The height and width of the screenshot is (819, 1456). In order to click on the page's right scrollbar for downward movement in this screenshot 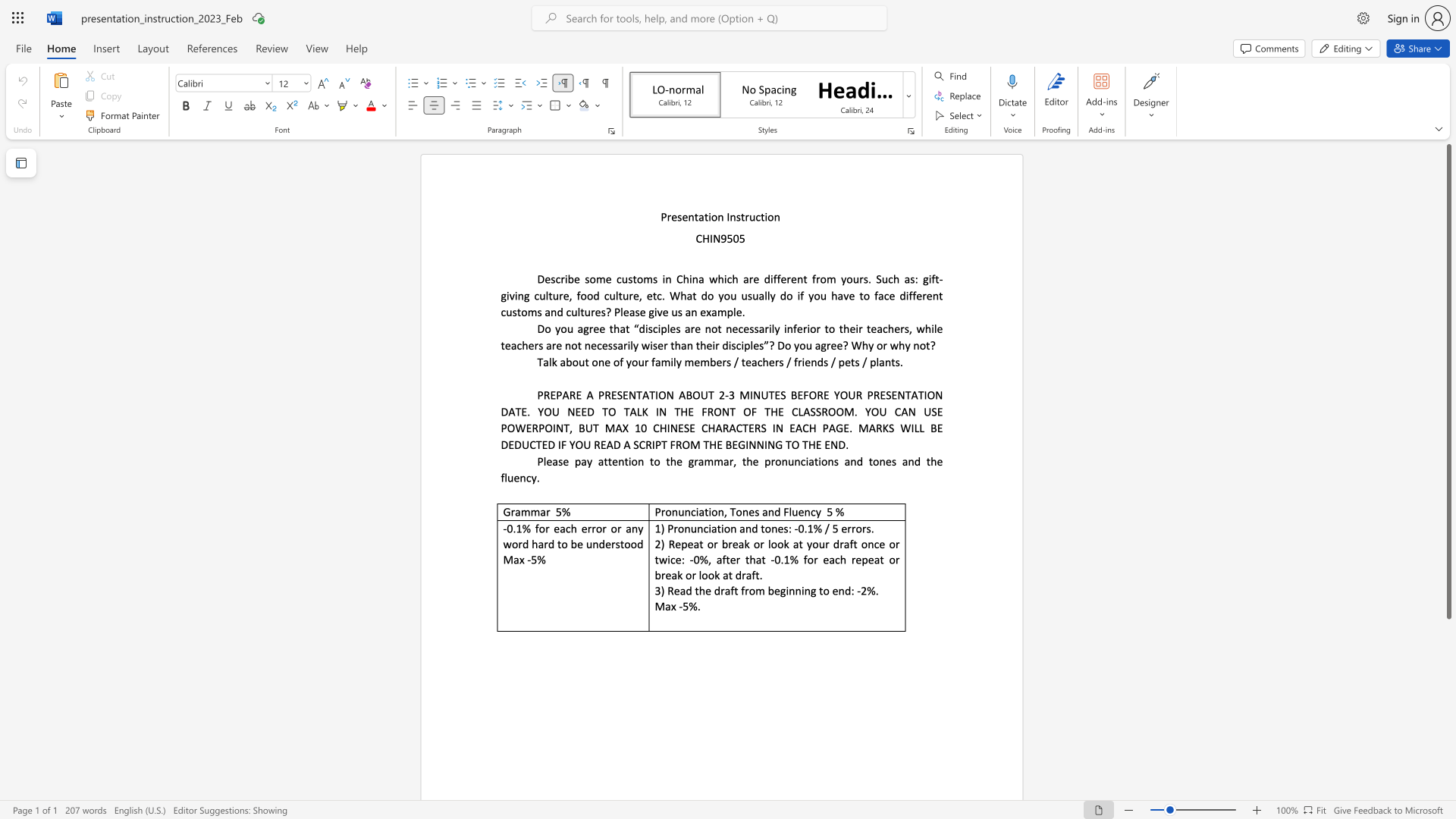, I will do `click(1448, 637)`.